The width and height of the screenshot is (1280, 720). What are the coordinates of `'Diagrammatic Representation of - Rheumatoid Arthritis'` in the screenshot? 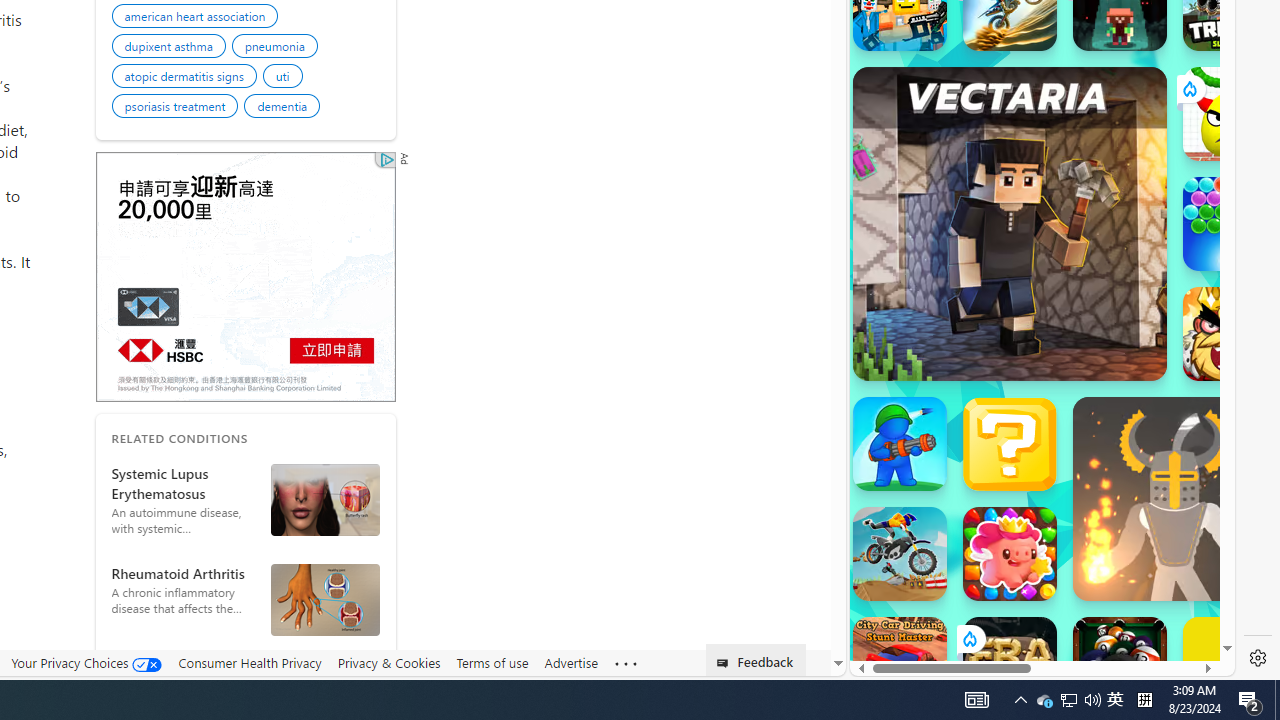 It's located at (325, 598).